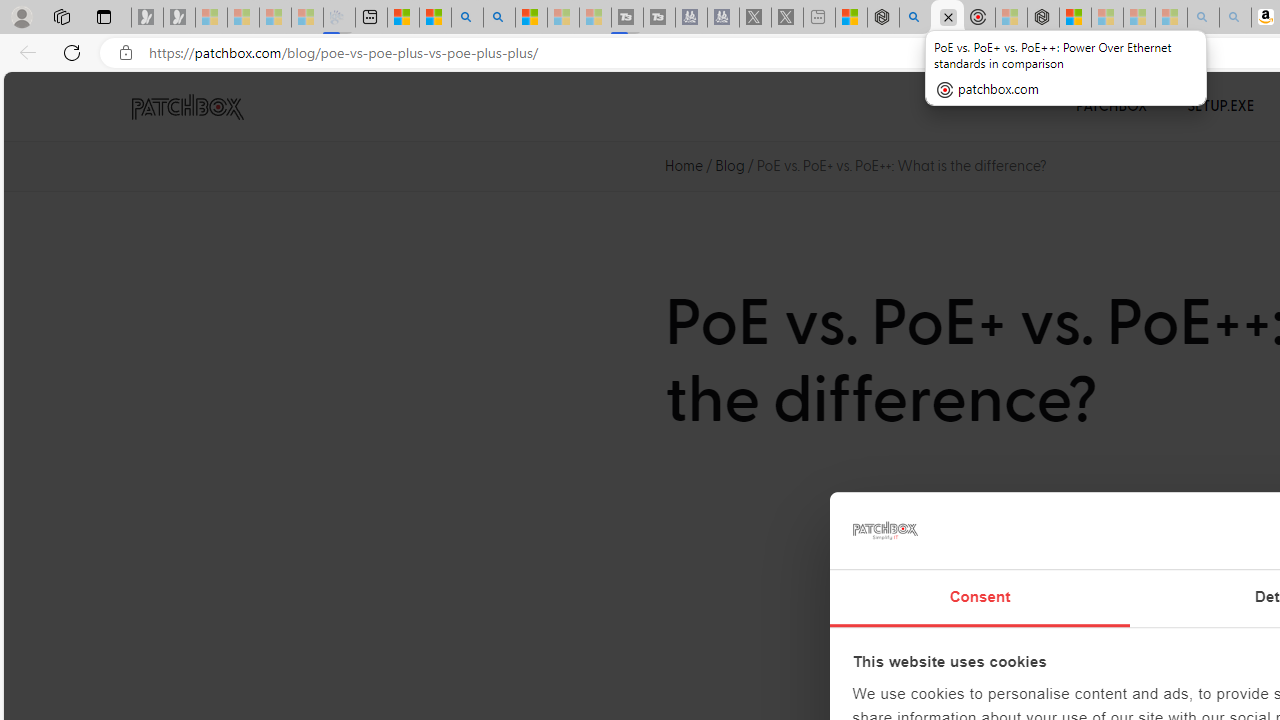  What do you see at coordinates (729, 164) in the screenshot?
I see `'Blog'` at bounding box center [729, 164].